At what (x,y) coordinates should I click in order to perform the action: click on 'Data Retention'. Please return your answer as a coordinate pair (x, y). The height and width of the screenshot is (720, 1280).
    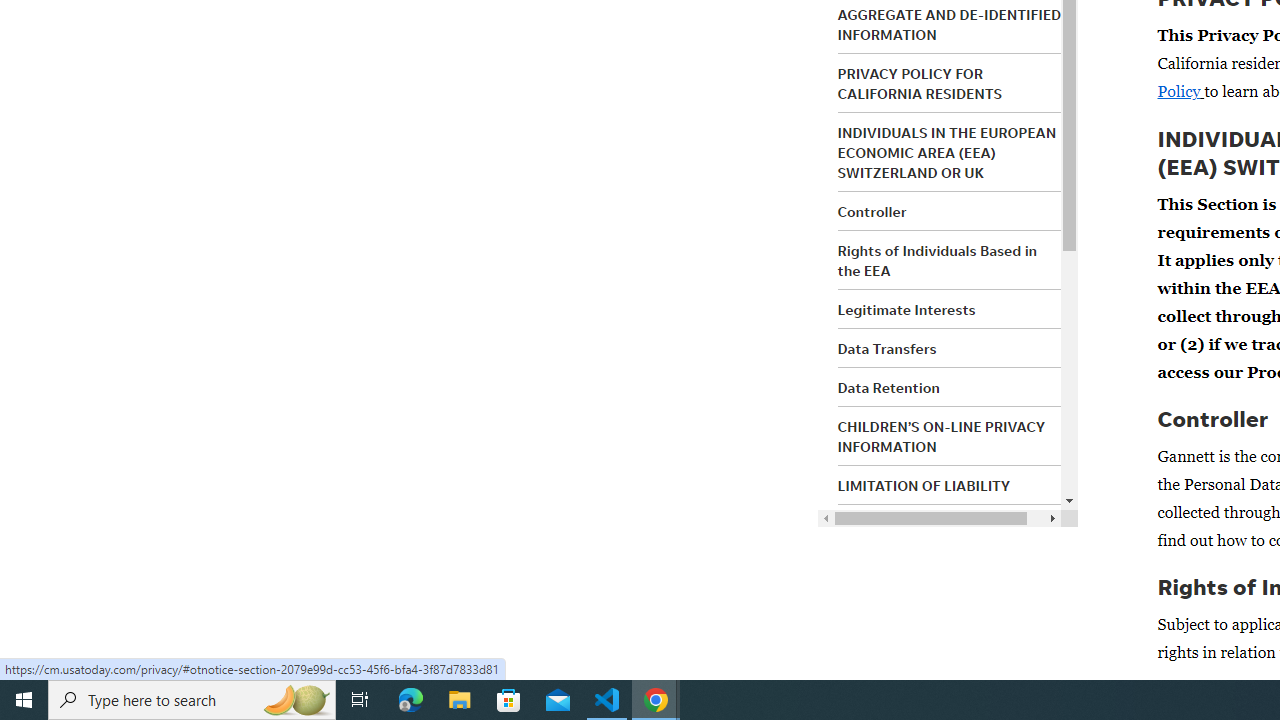
    Looking at the image, I should click on (887, 387).